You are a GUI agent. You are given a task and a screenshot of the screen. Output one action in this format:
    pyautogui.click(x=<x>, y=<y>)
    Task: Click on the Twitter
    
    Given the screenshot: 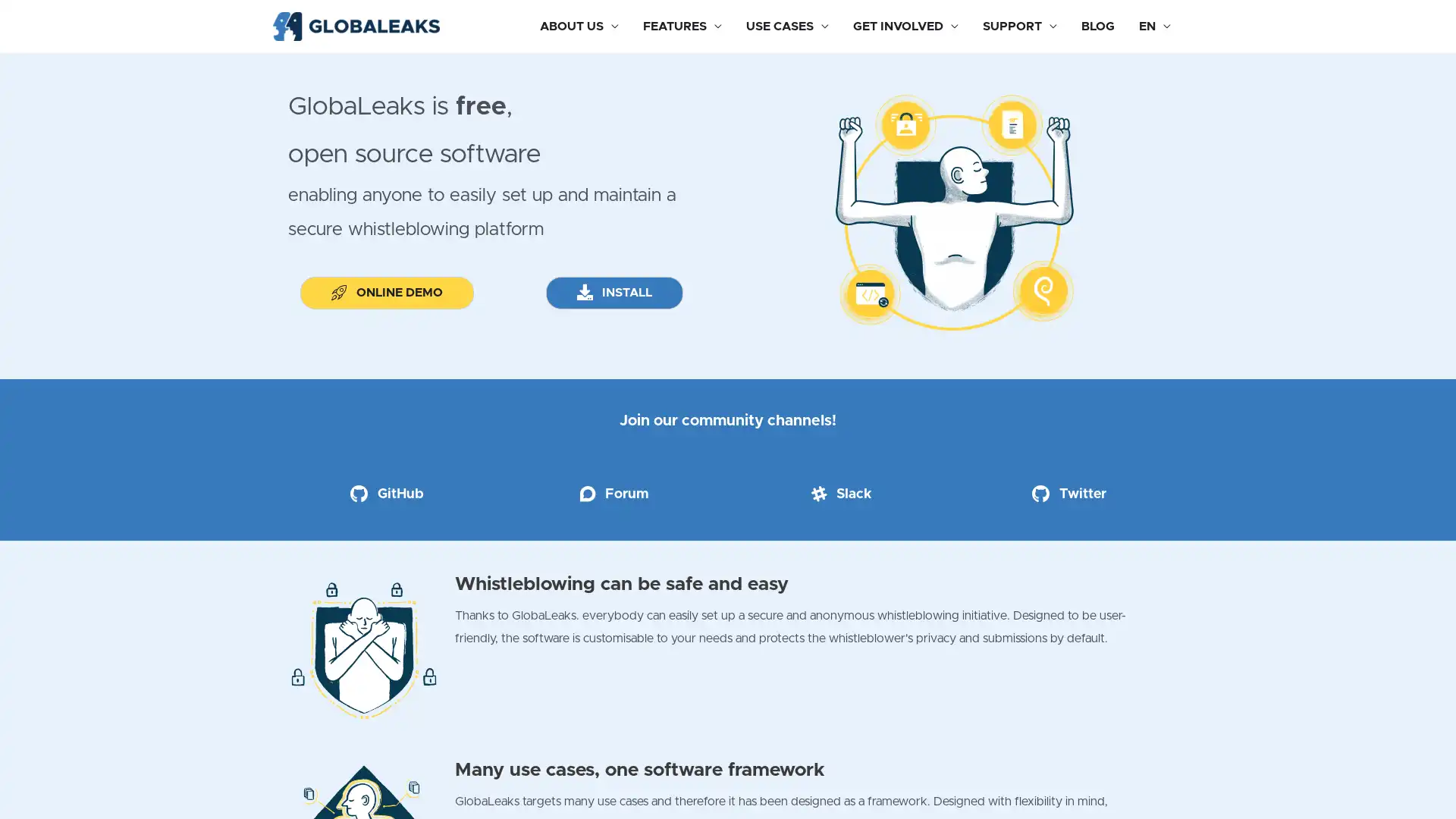 What is the action you would take?
    pyautogui.click(x=1068, y=494)
    